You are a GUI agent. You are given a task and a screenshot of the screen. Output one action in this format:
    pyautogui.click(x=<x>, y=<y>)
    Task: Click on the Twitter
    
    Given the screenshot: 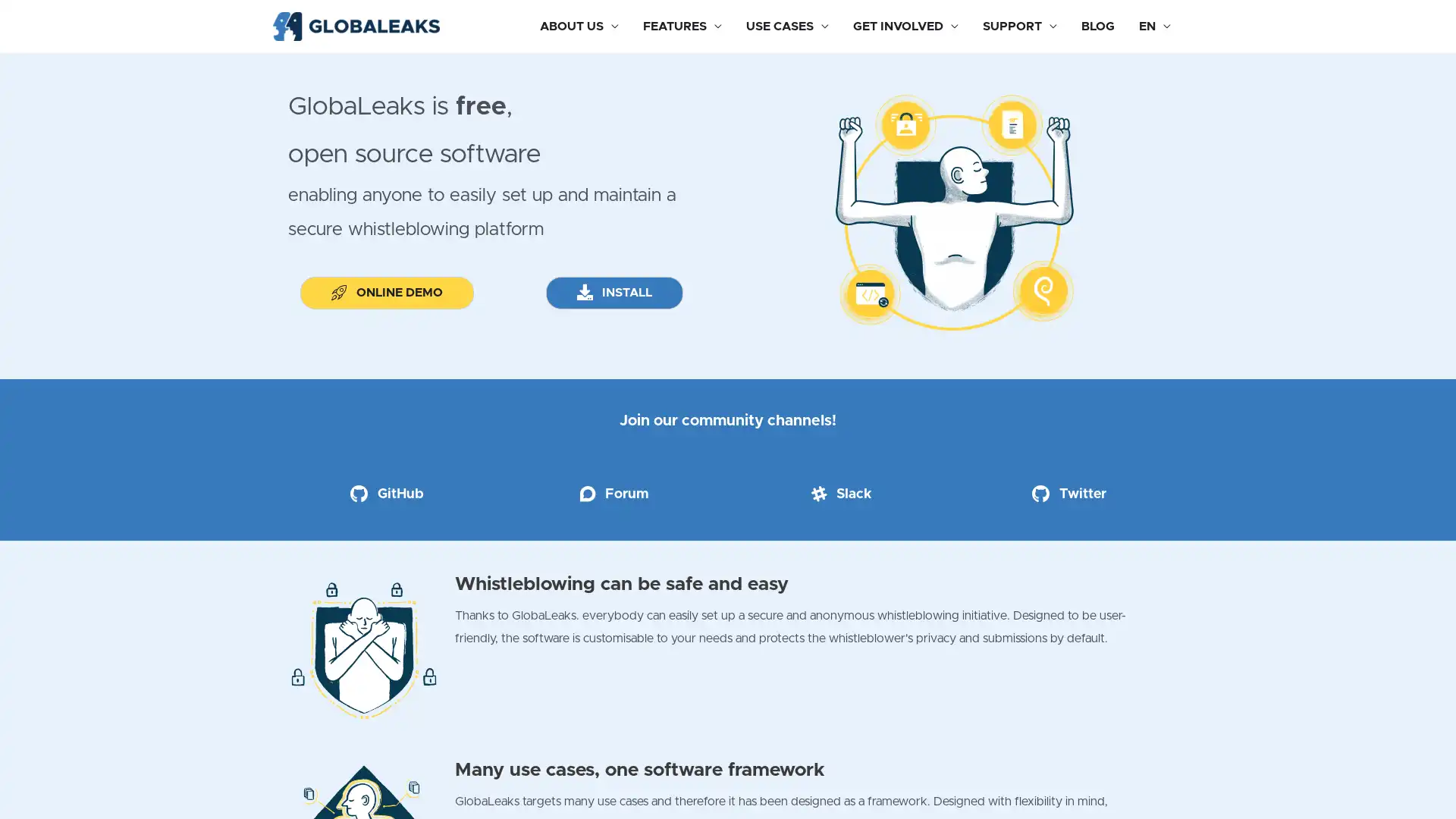 What is the action you would take?
    pyautogui.click(x=1068, y=494)
    